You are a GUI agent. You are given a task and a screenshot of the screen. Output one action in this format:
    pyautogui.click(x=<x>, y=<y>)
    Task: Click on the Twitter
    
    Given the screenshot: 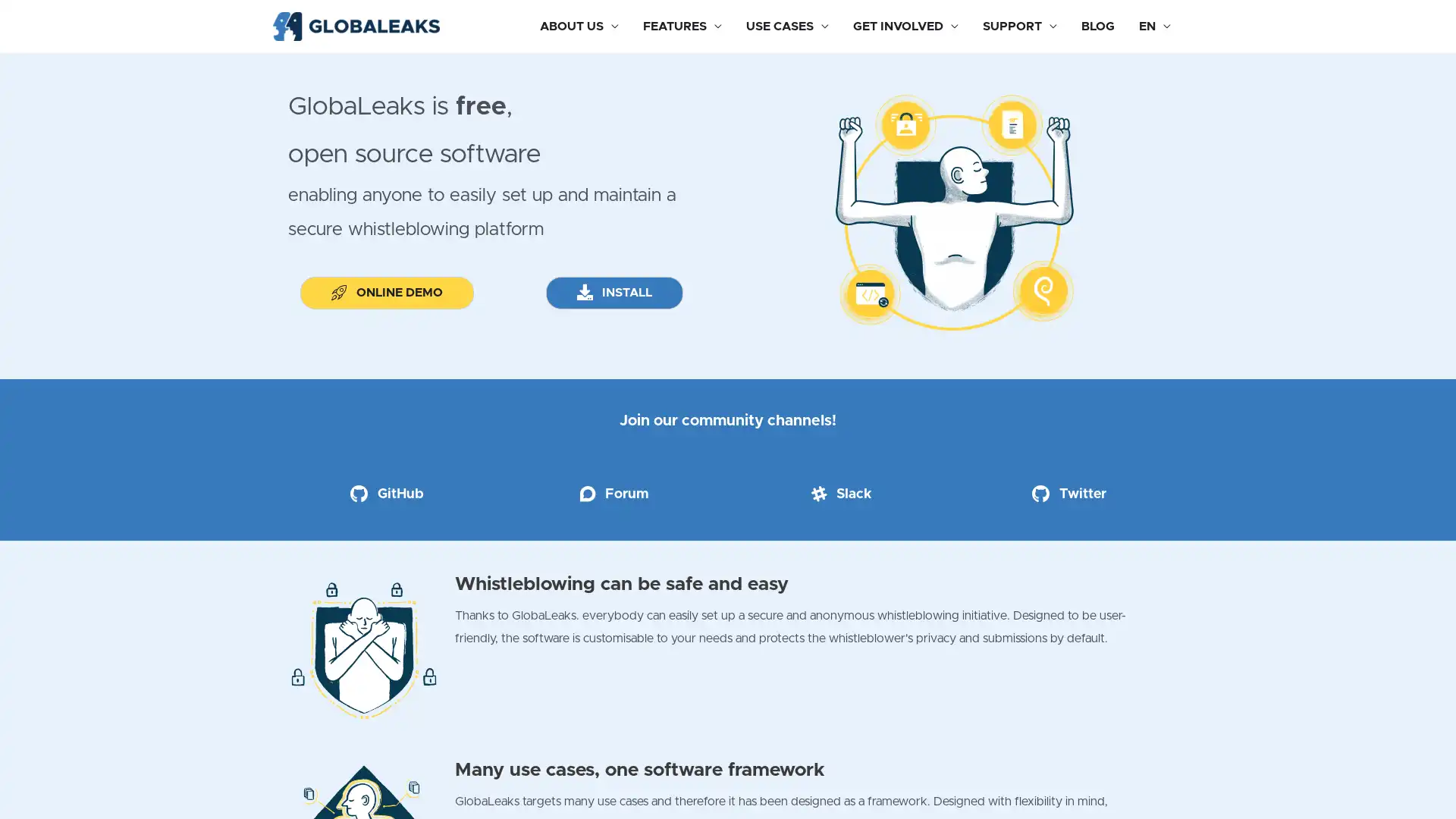 What is the action you would take?
    pyautogui.click(x=1068, y=494)
    